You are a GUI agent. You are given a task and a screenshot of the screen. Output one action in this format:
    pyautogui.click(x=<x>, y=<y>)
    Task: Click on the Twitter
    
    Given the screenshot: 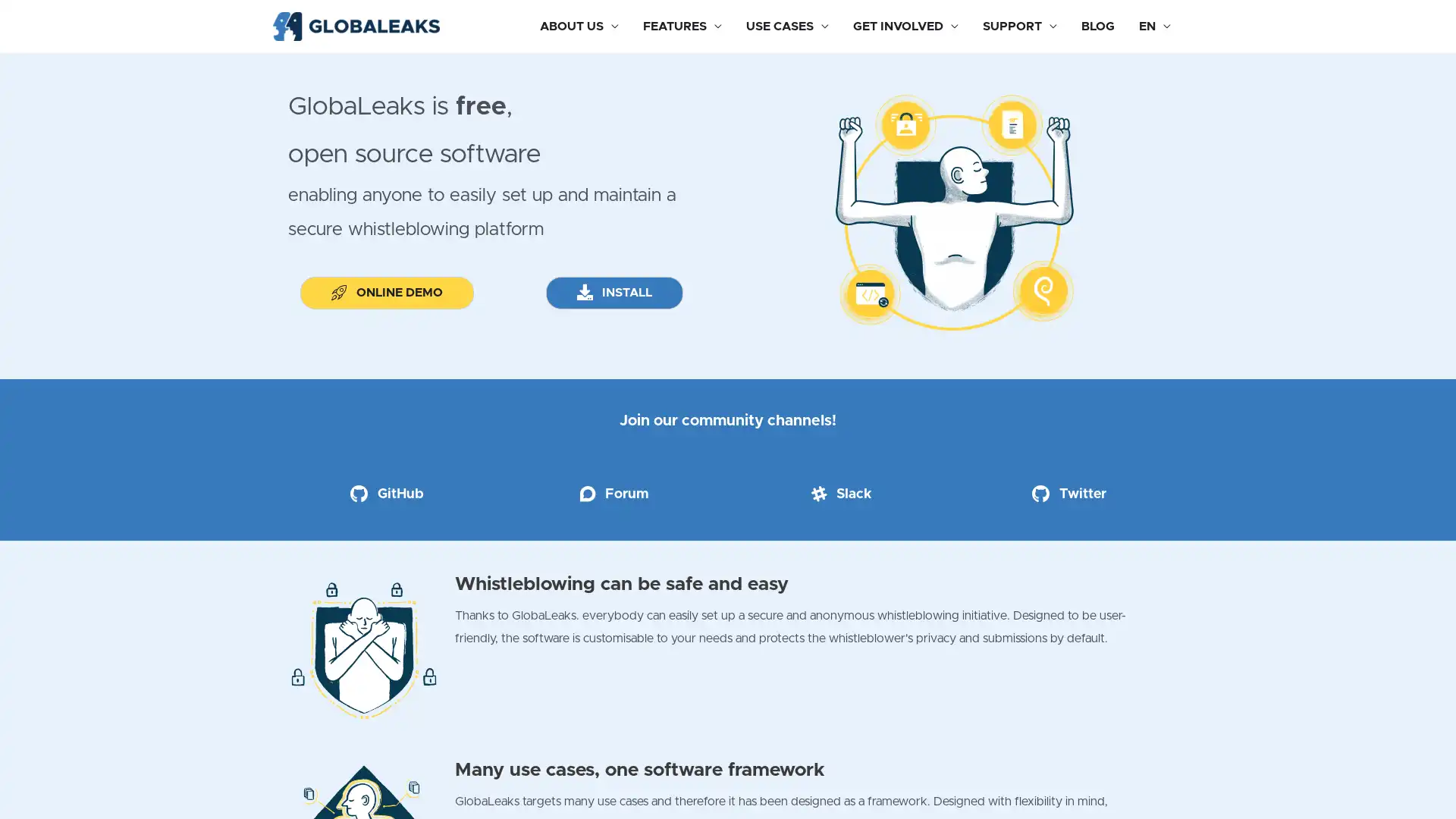 What is the action you would take?
    pyautogui.click(x=1068, y=494)
    